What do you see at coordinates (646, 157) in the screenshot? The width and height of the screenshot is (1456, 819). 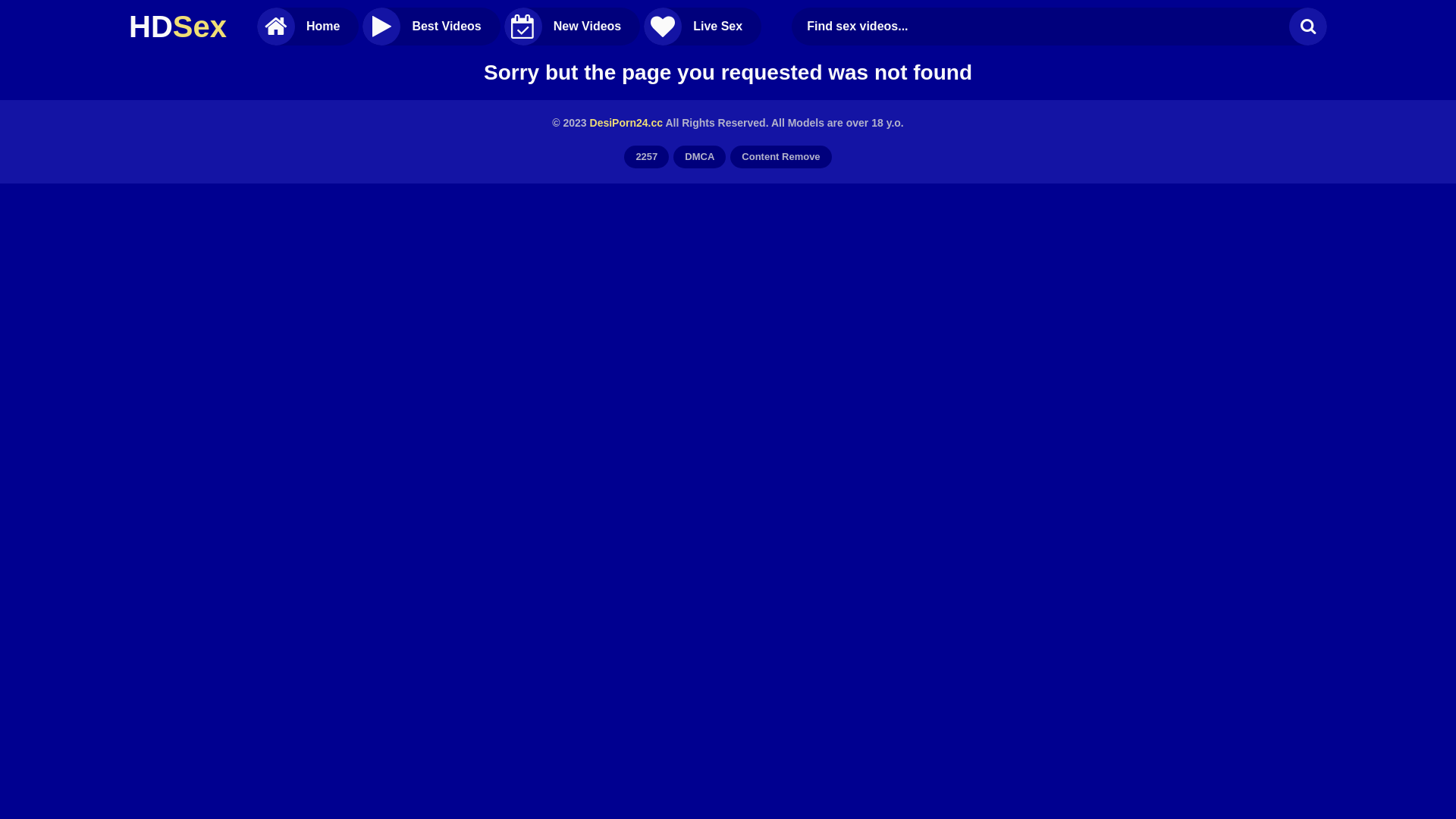 I see `'2257'` at bounding box center [646, 157].